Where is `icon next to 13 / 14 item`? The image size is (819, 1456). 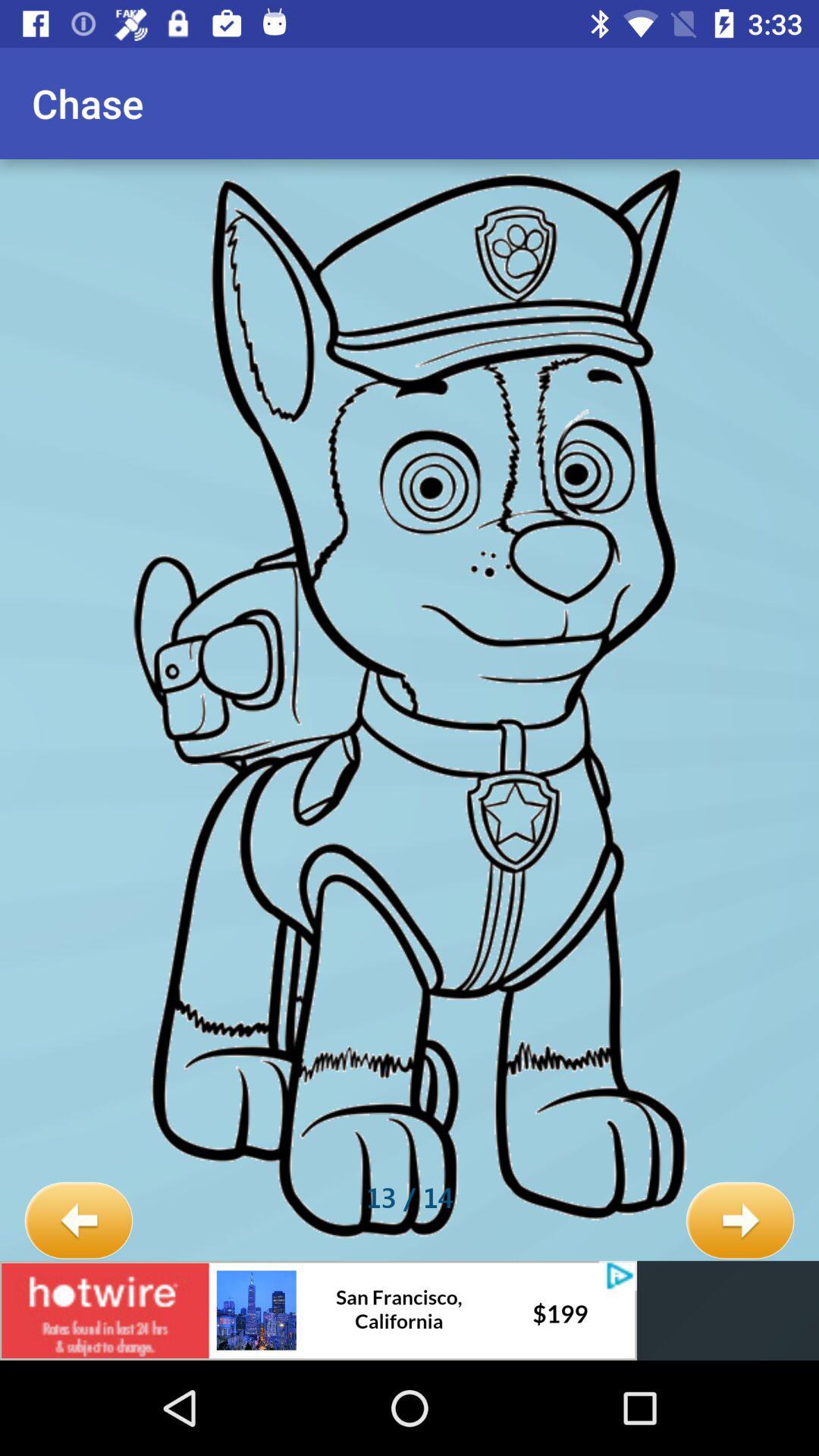 icon next to 13 / 14 item is located at coordinates (739, 1221).